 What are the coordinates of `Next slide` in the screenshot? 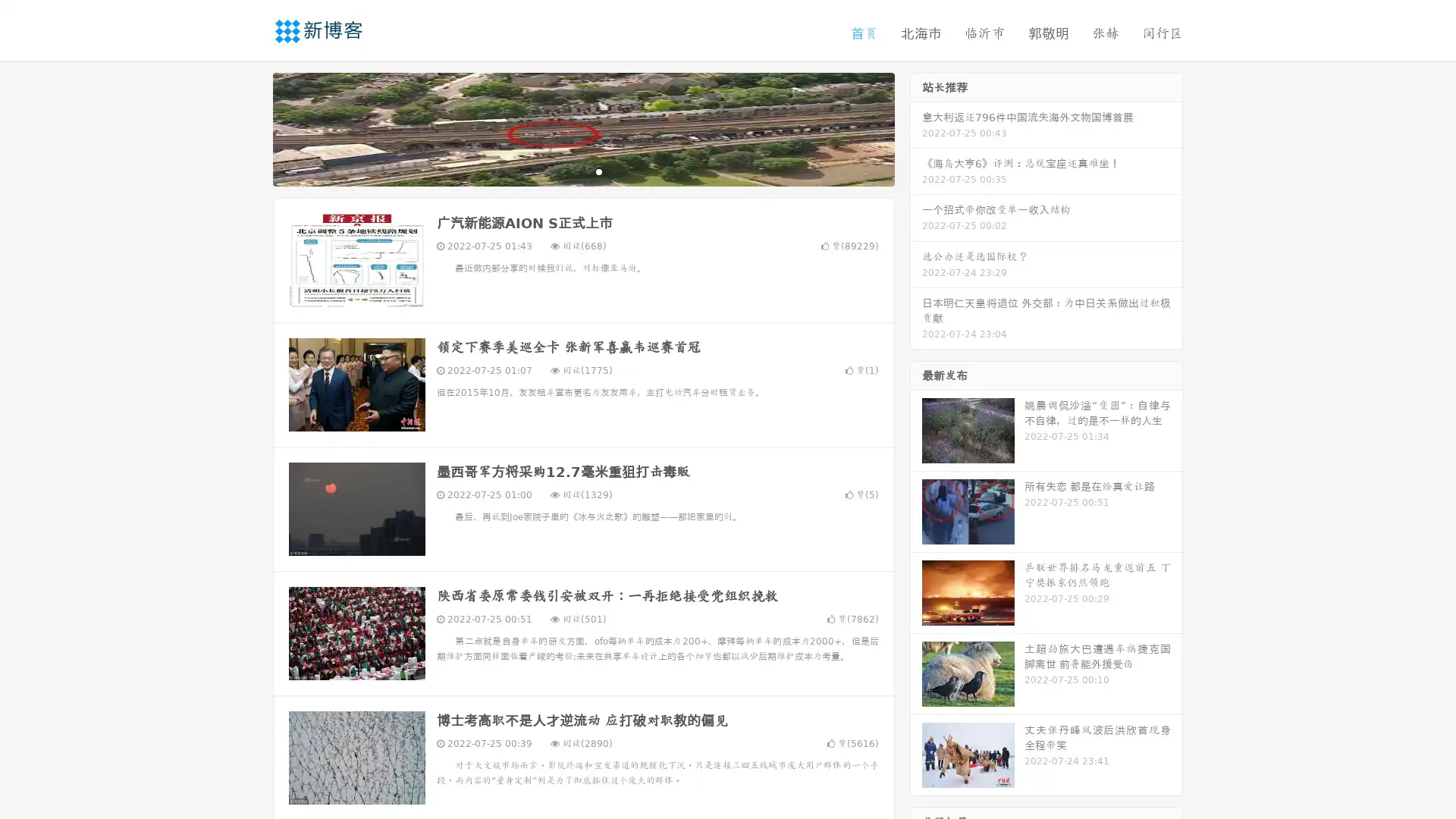 It's located at (916, 127).